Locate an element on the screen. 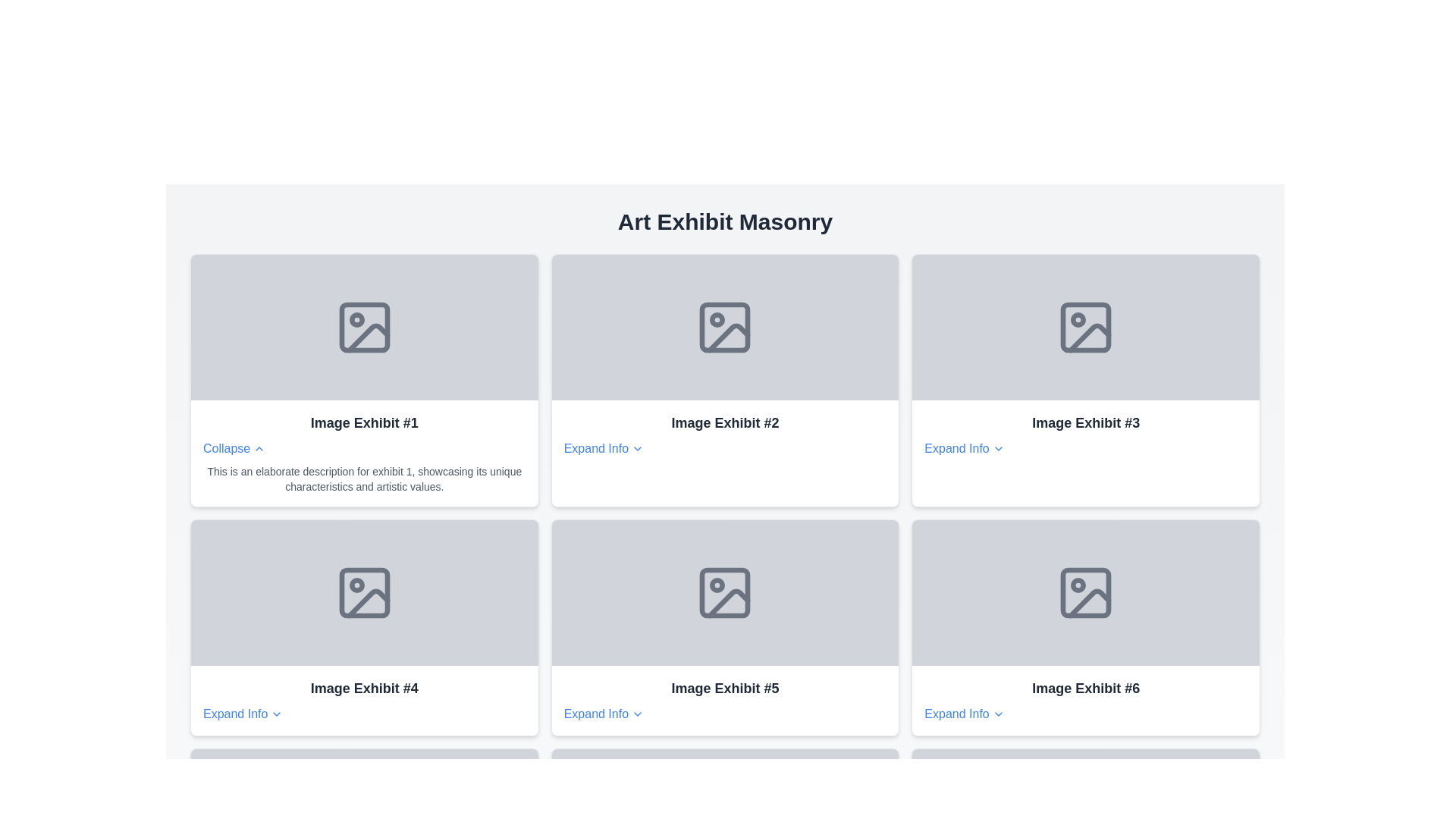 Image resolution: width=1456 pixels, height=819 pixels. the Dropdown indicator icon located to the right of the 'Expand Info' text label under the 'Image Exhibit #6' section is located at coordinates (998, 714).